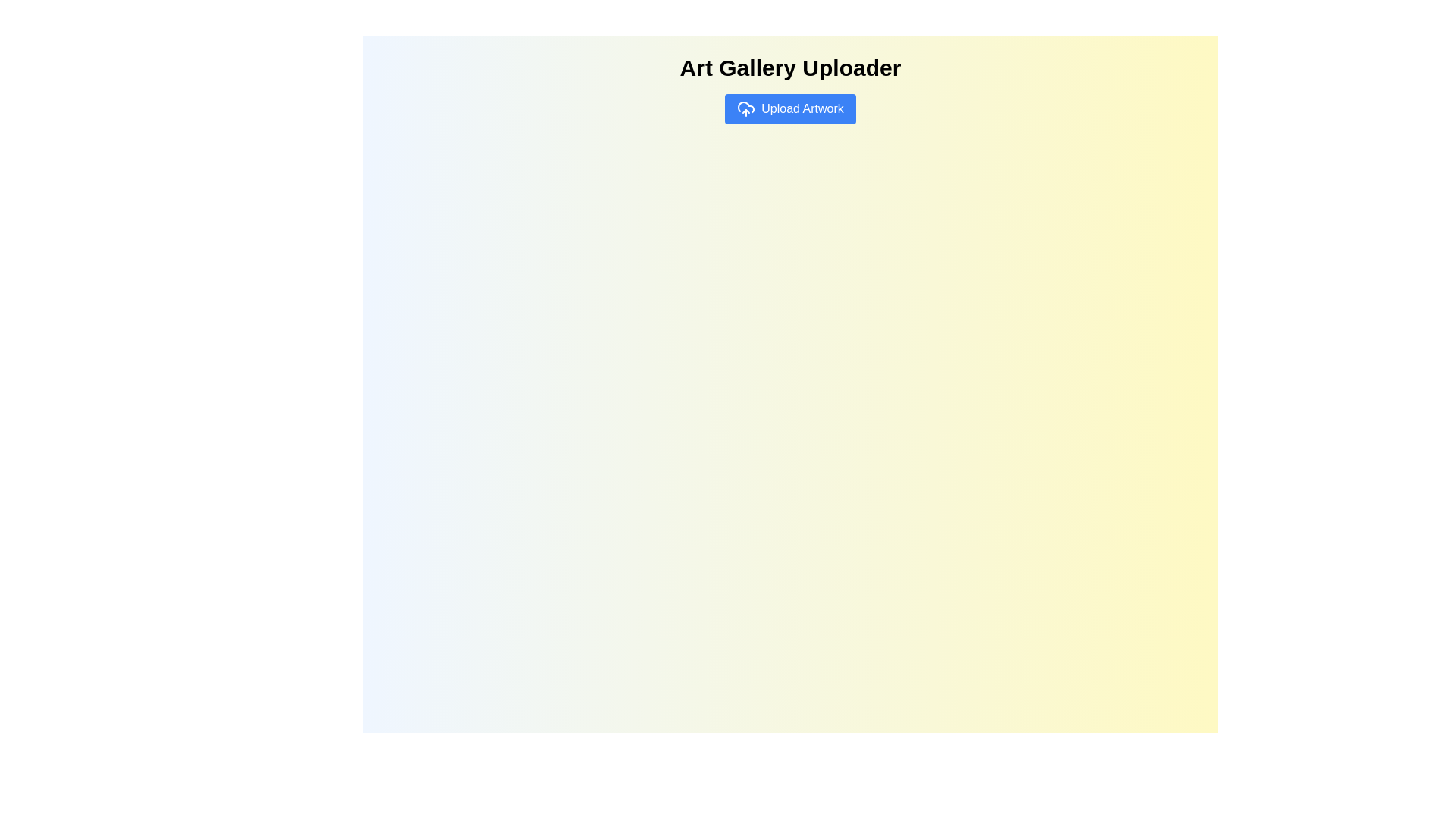  Describe the element at coordinates (789, 67) in the screenshot. I see `the prominently displayed header text 'Art Gallery Uploader' which is located at the top-center of the interface layout, using a bold and large font style against a gradient background` at that location.